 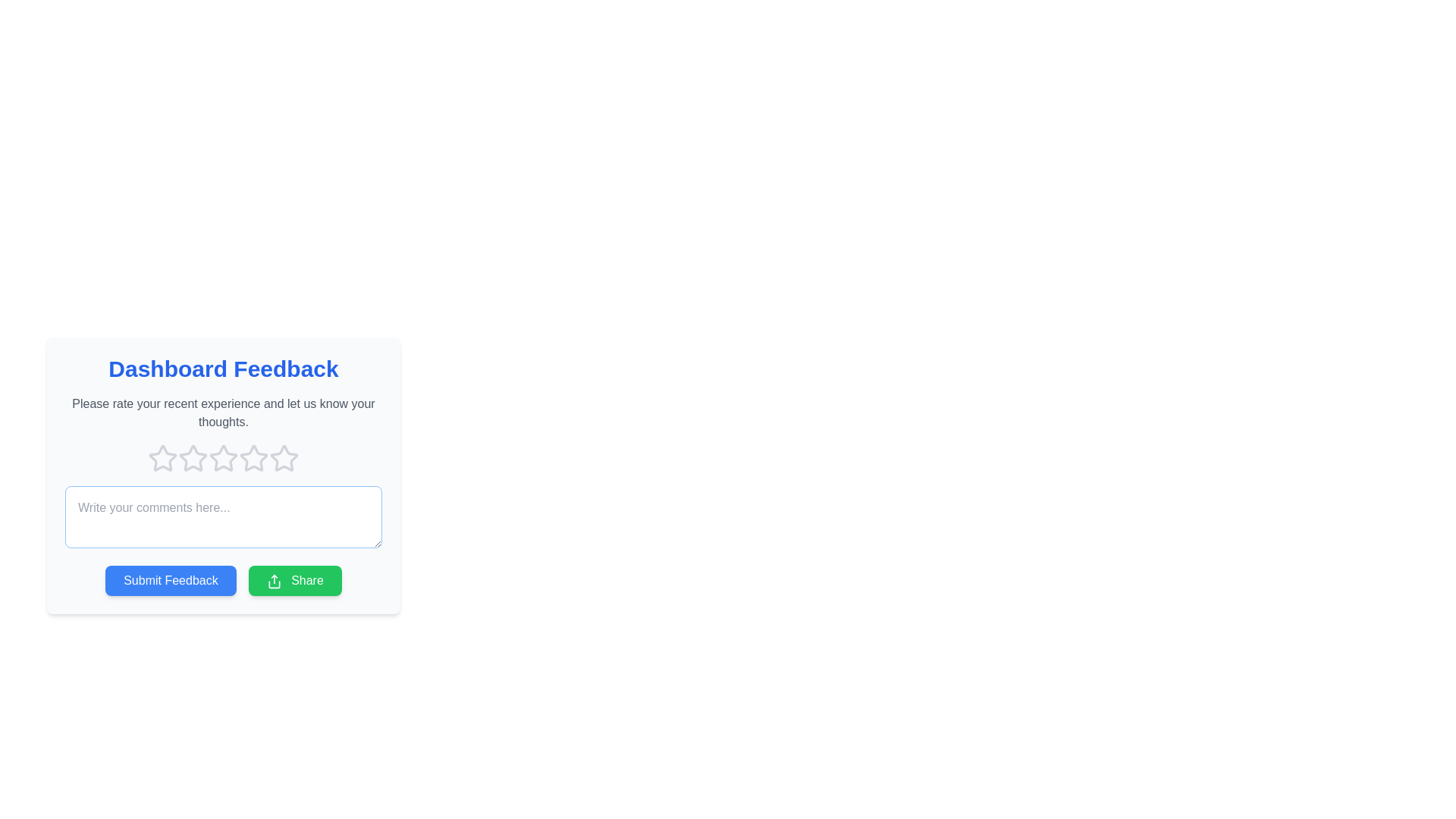 What do you see at coordinates (284, 458) in the screenshot?
I see `the fifth star-shaped icon in the group of five stars to trigger a visual scaling effect` at bounding box center [284, 458].